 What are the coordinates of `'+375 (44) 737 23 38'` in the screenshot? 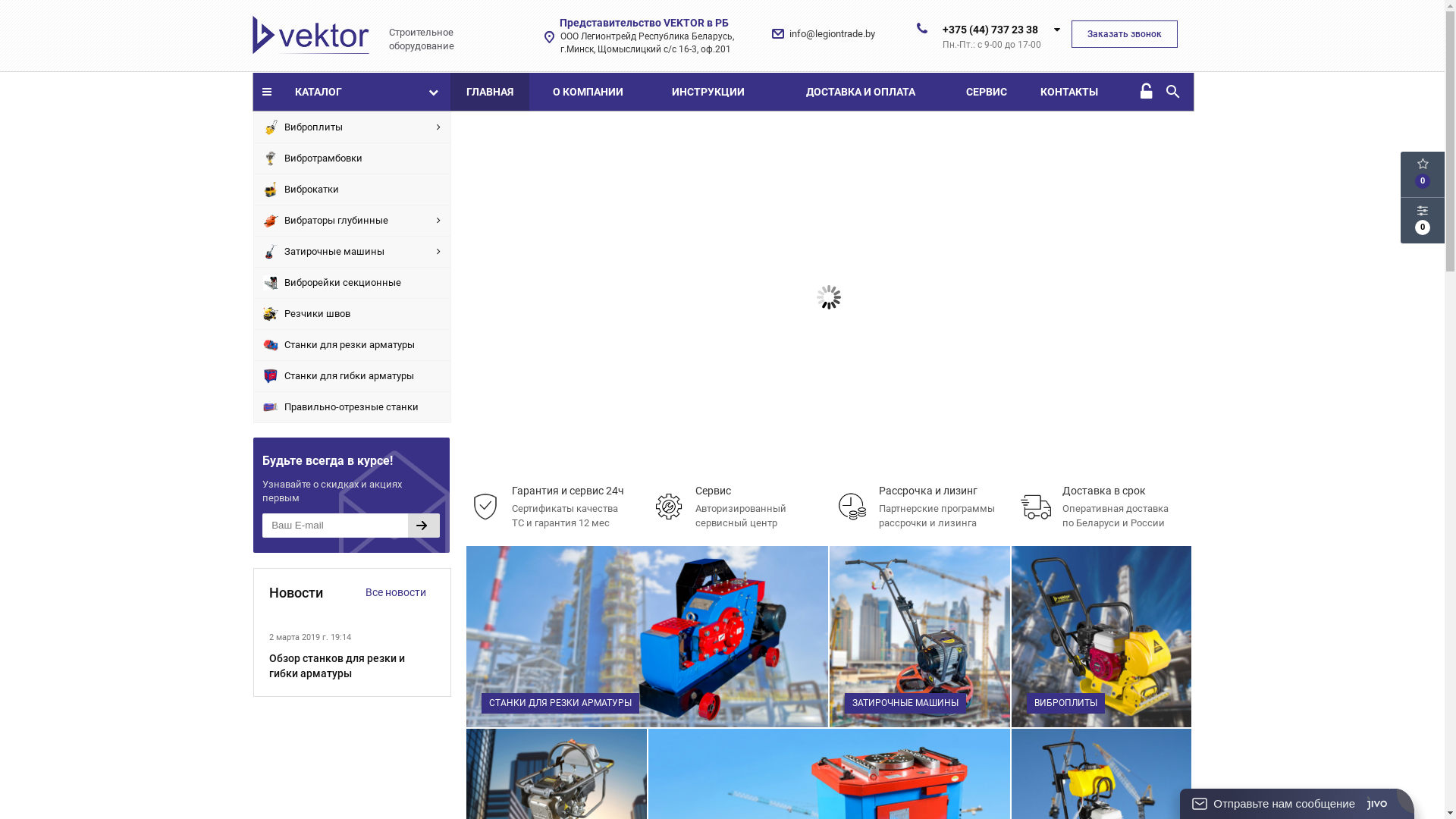 It's located at (990, 29).